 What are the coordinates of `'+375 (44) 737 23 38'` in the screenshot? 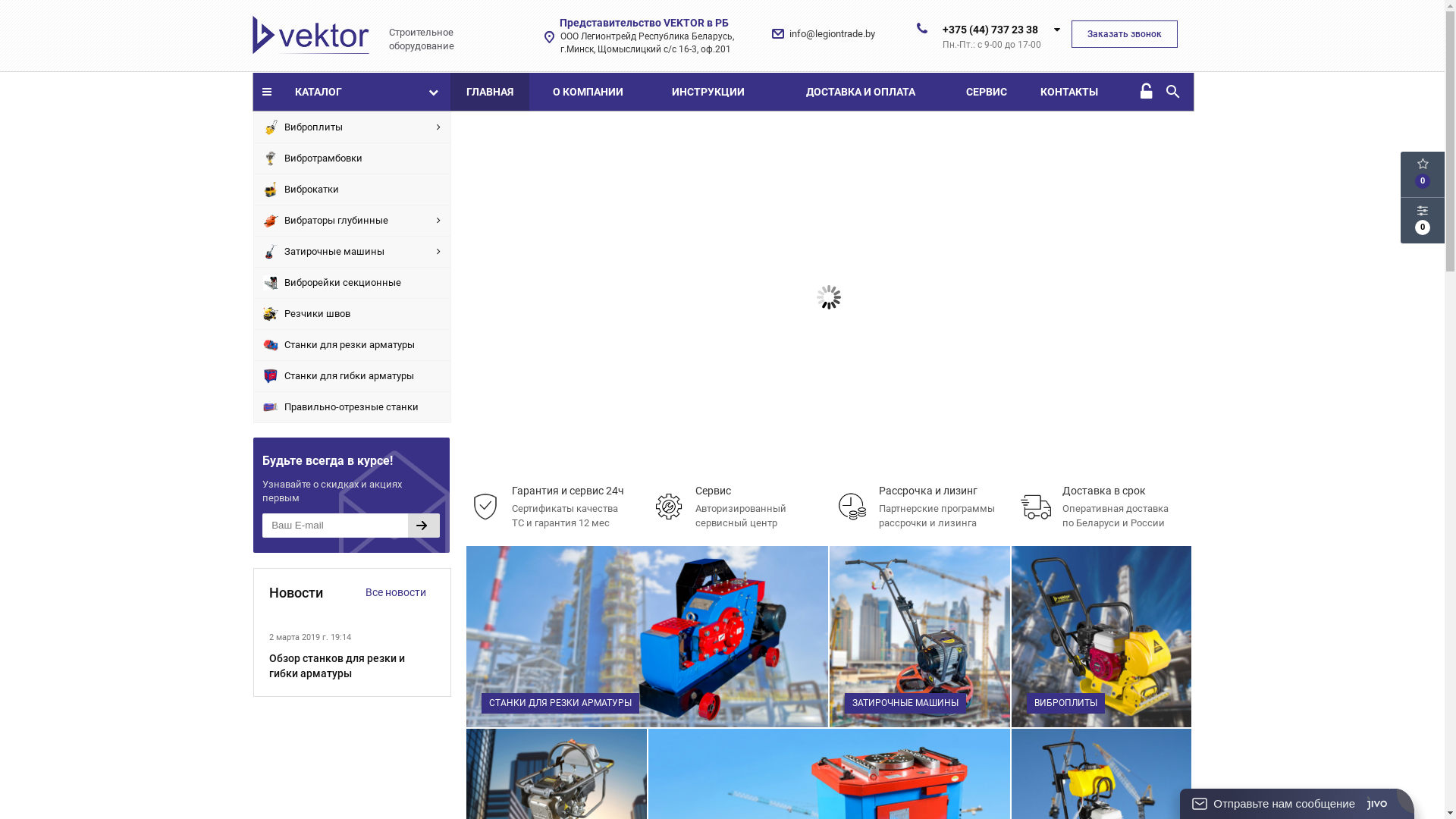 It's located at (990, 29).